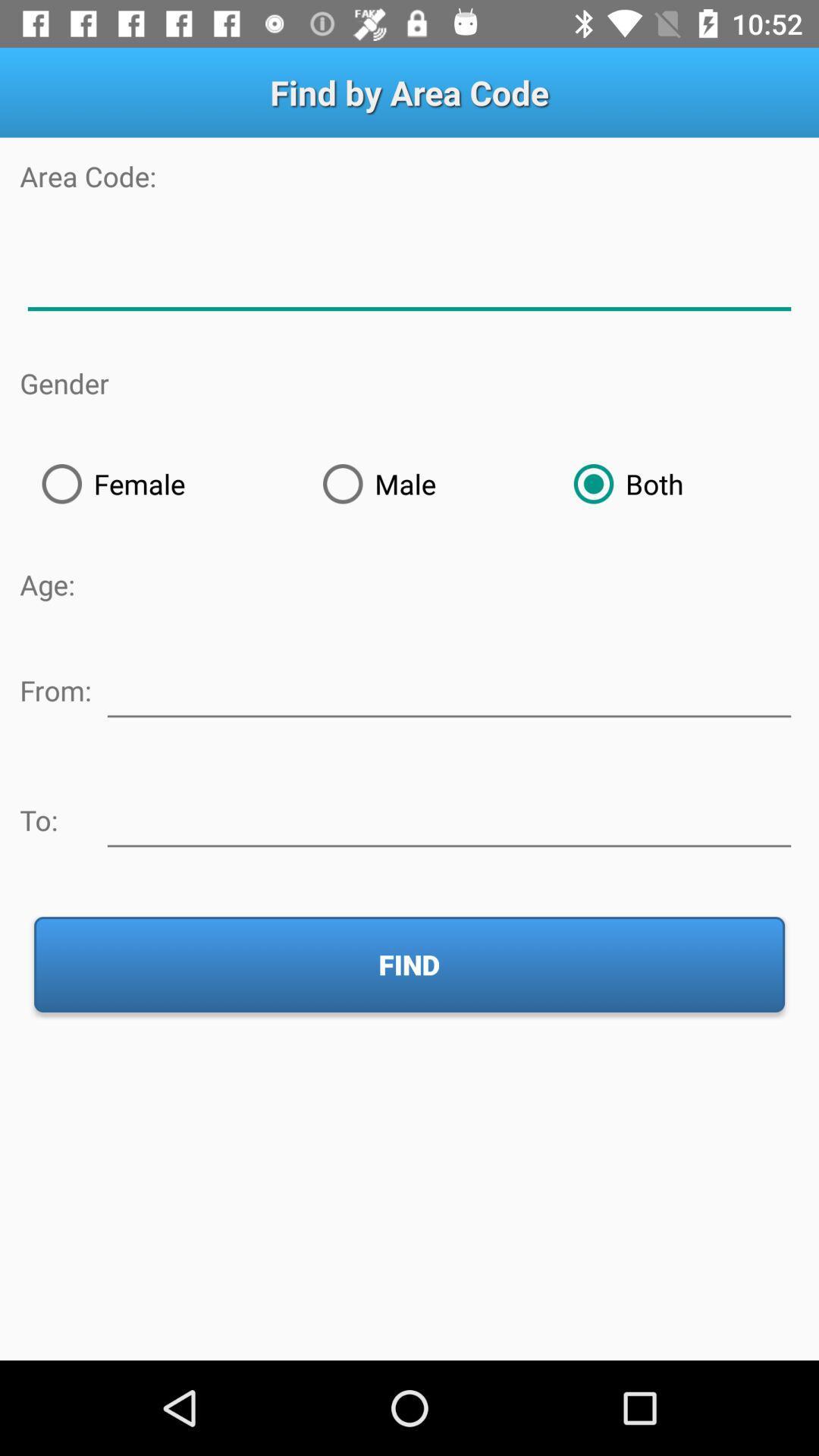 This screenshot has height=1456, width=819. Describe the element at coordinates (448, 817) in the screenshot. I see `type the location to` at that location.